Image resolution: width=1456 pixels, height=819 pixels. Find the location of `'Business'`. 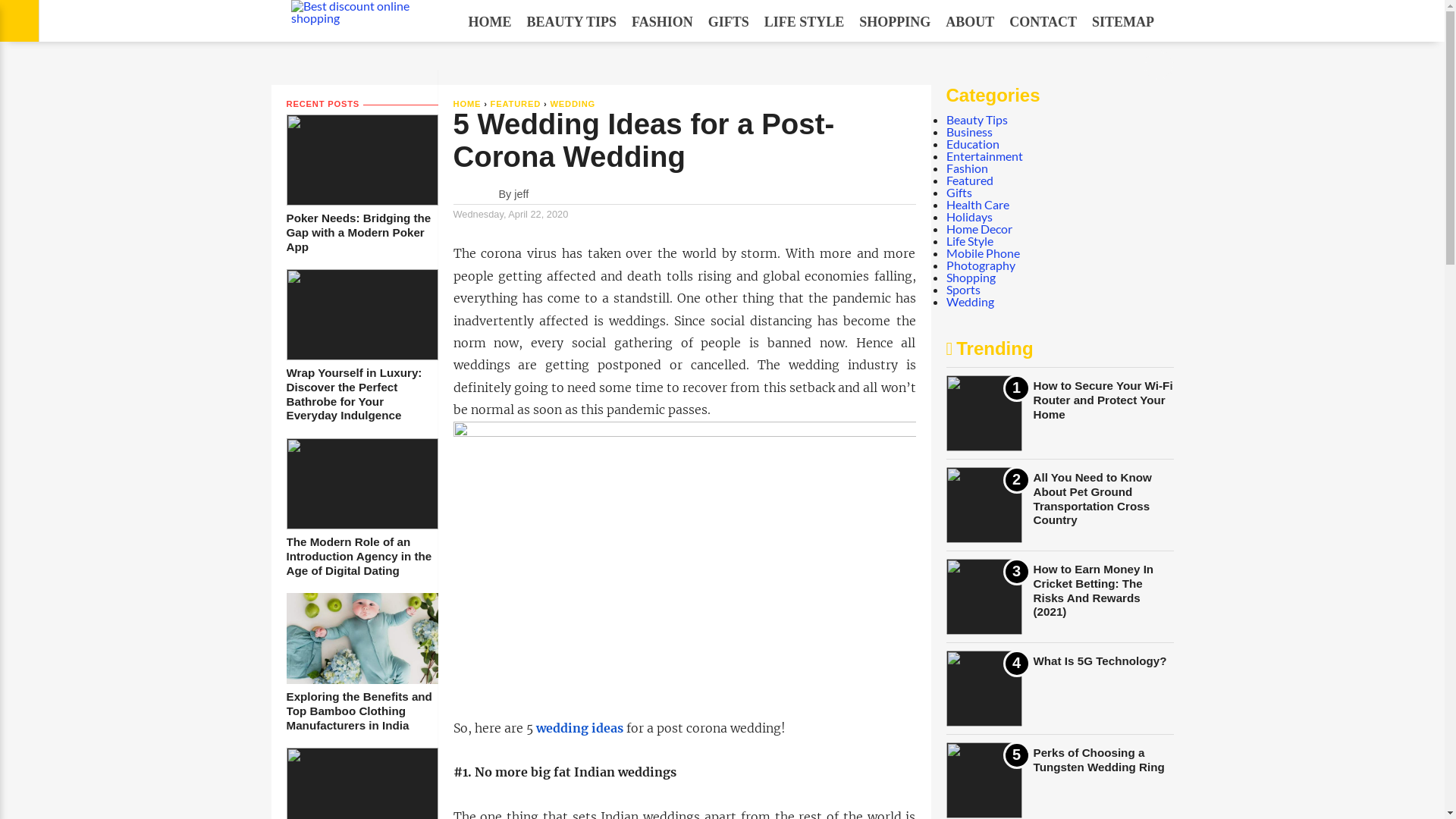

'Business' is located at coordinates (968, 130).